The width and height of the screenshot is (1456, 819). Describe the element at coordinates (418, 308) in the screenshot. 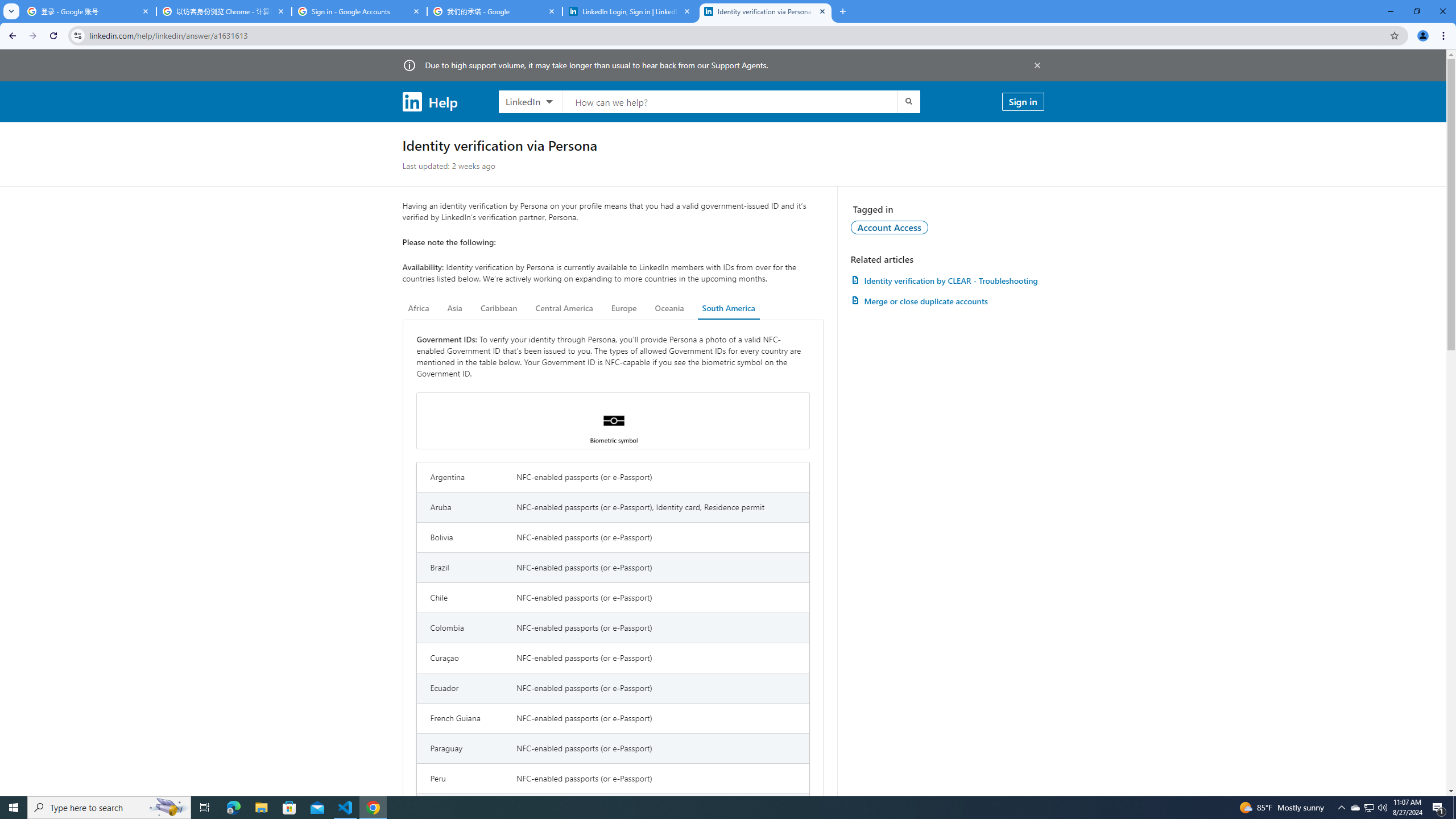

I see `'Africa'` at that location.